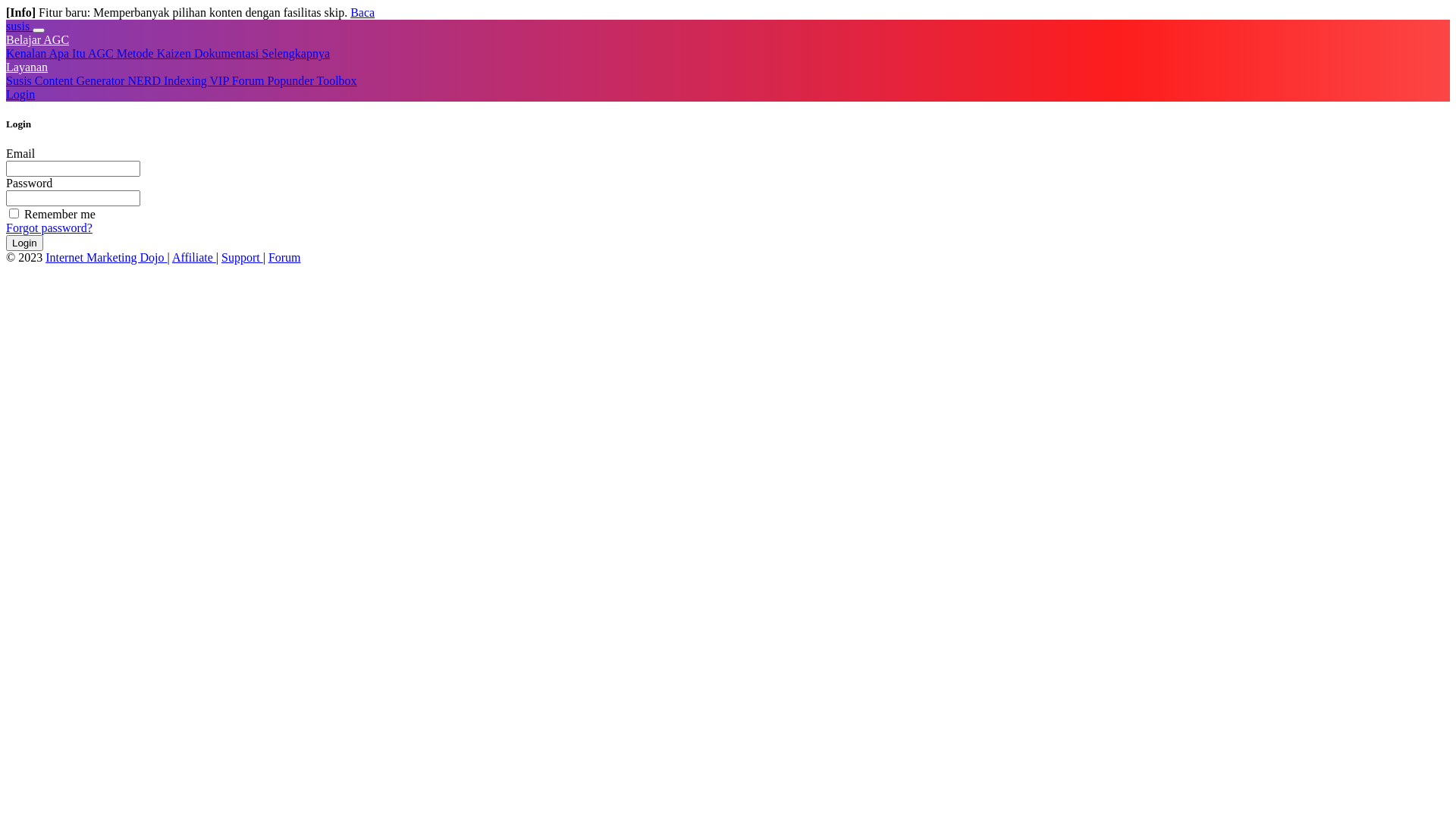  I want to click on 'Selengkapnya', so click(262, 52).